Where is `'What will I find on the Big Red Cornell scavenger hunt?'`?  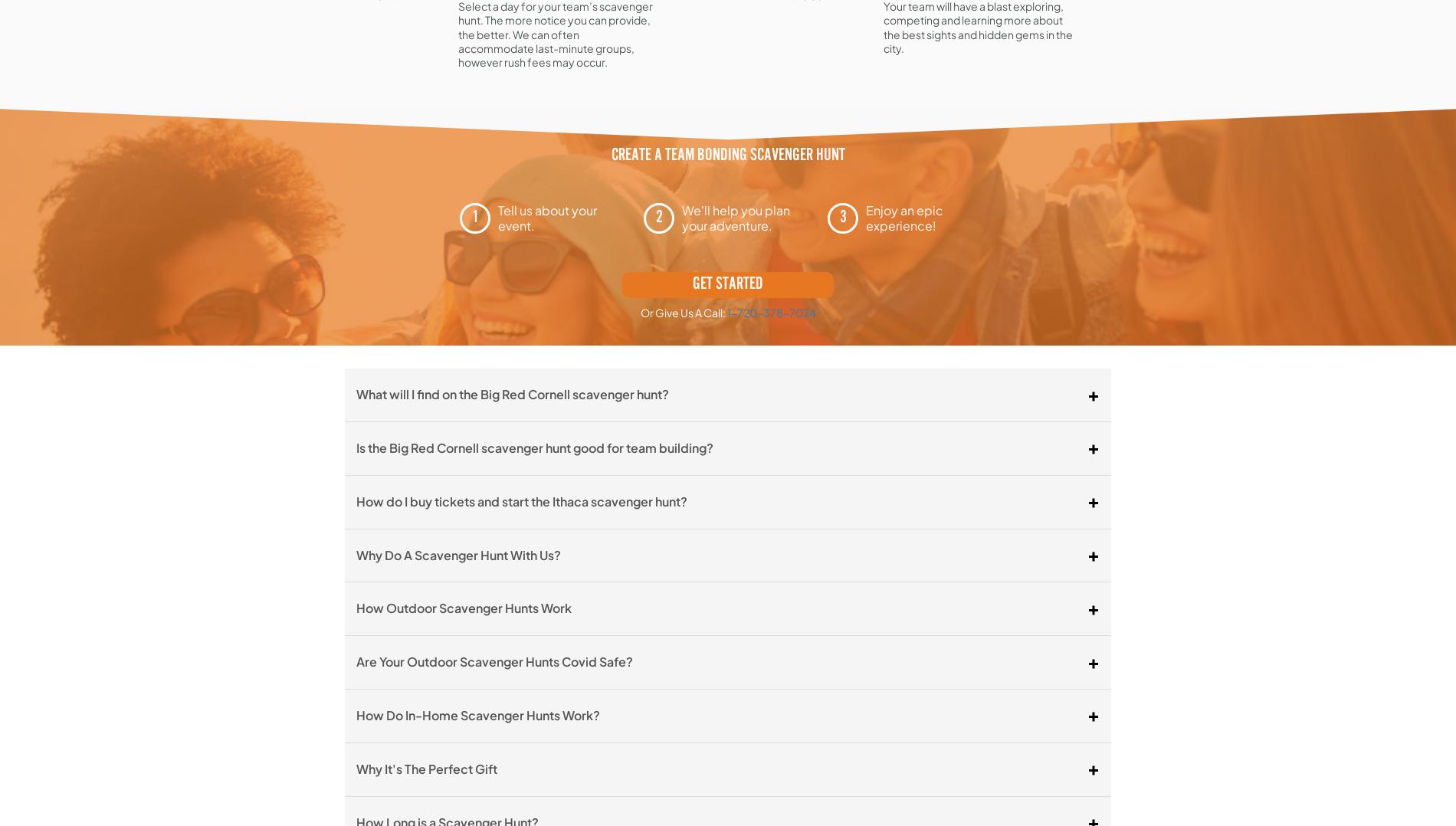
'What will I find on the Big Red Cornell scavenger hunt?' is located at coordinates (355, 394).